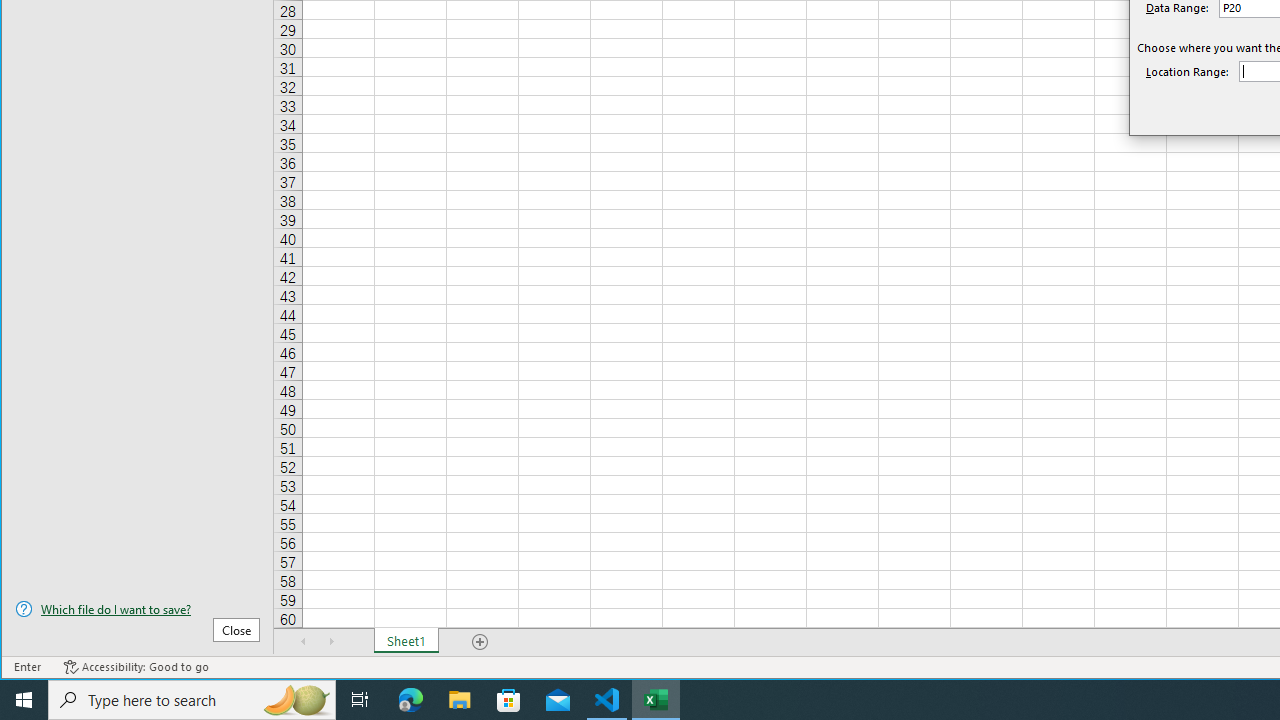 The width and height of the screenshot is (1280, 720). Describe the element at coordinates (606, 698) in the screenshot. I see `'Visual Studio Code - 1 running window'` at that location.